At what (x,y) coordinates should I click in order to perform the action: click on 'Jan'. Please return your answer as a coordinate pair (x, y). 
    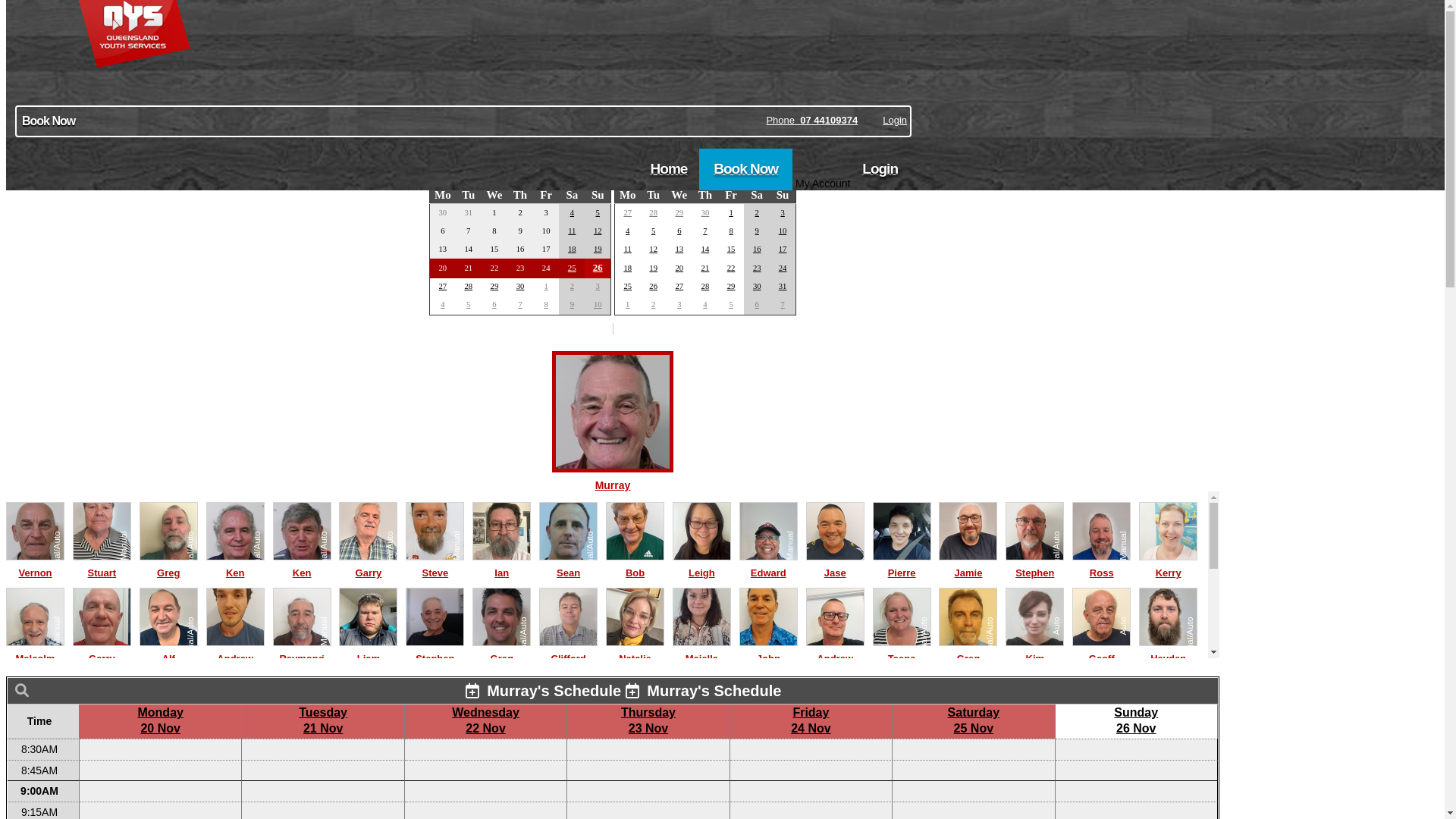
    Looking at the image, I should click on (786, 174).